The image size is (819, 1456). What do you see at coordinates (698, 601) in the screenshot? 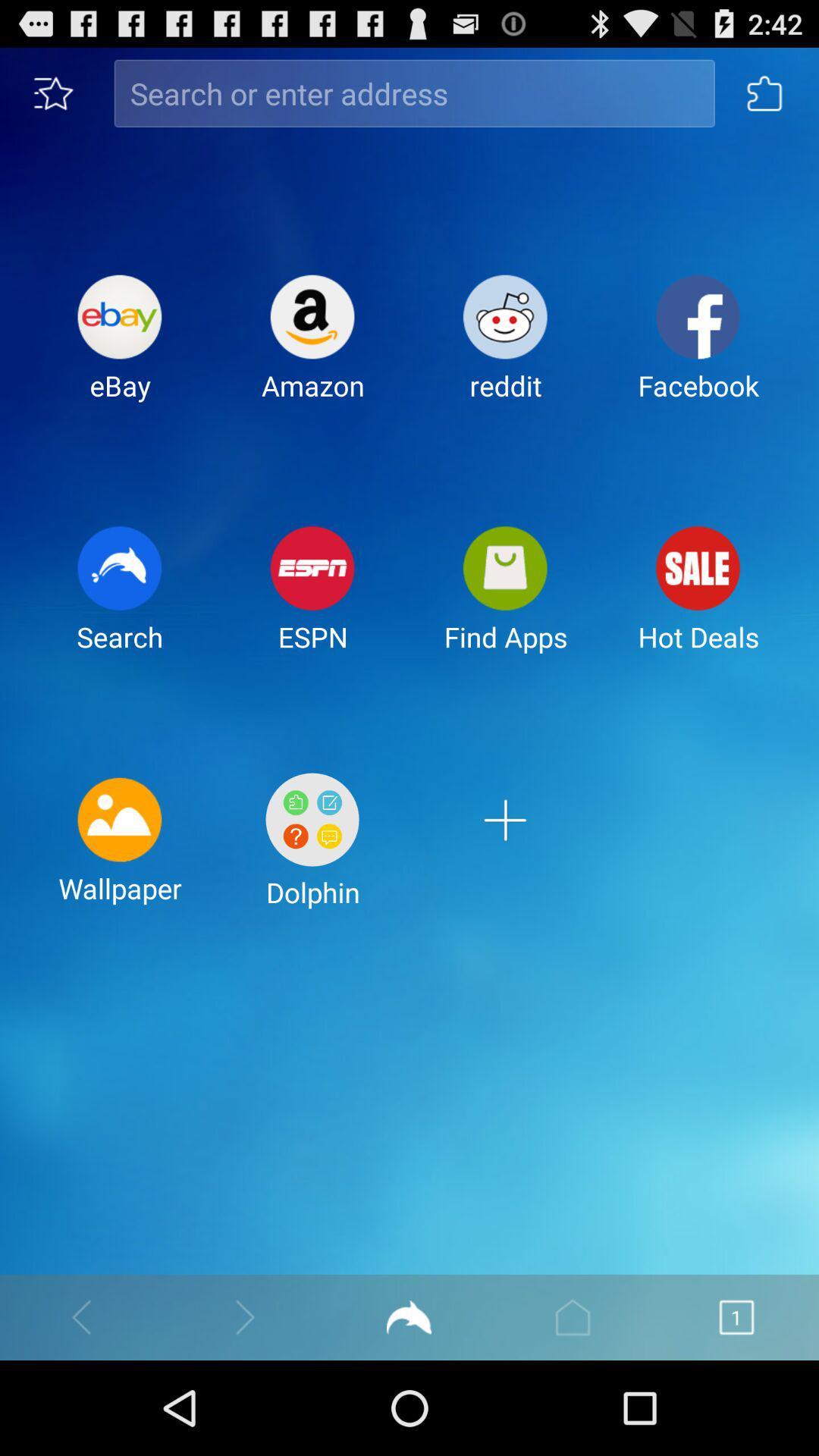
I see `the hot deals on the right` at bounding box center [698, 601].